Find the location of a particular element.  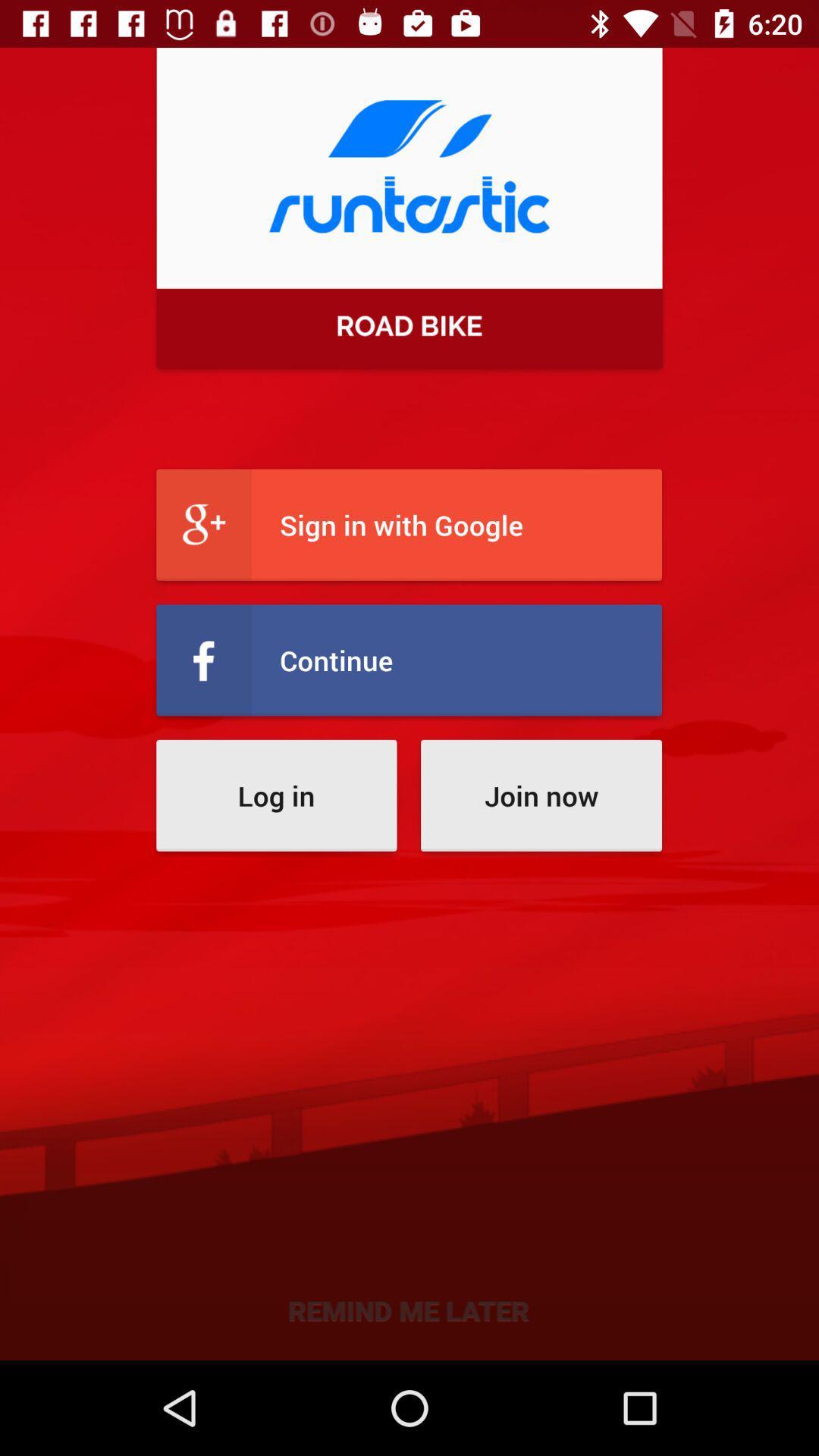

icon below log in is located at coordinates (408, 1309).